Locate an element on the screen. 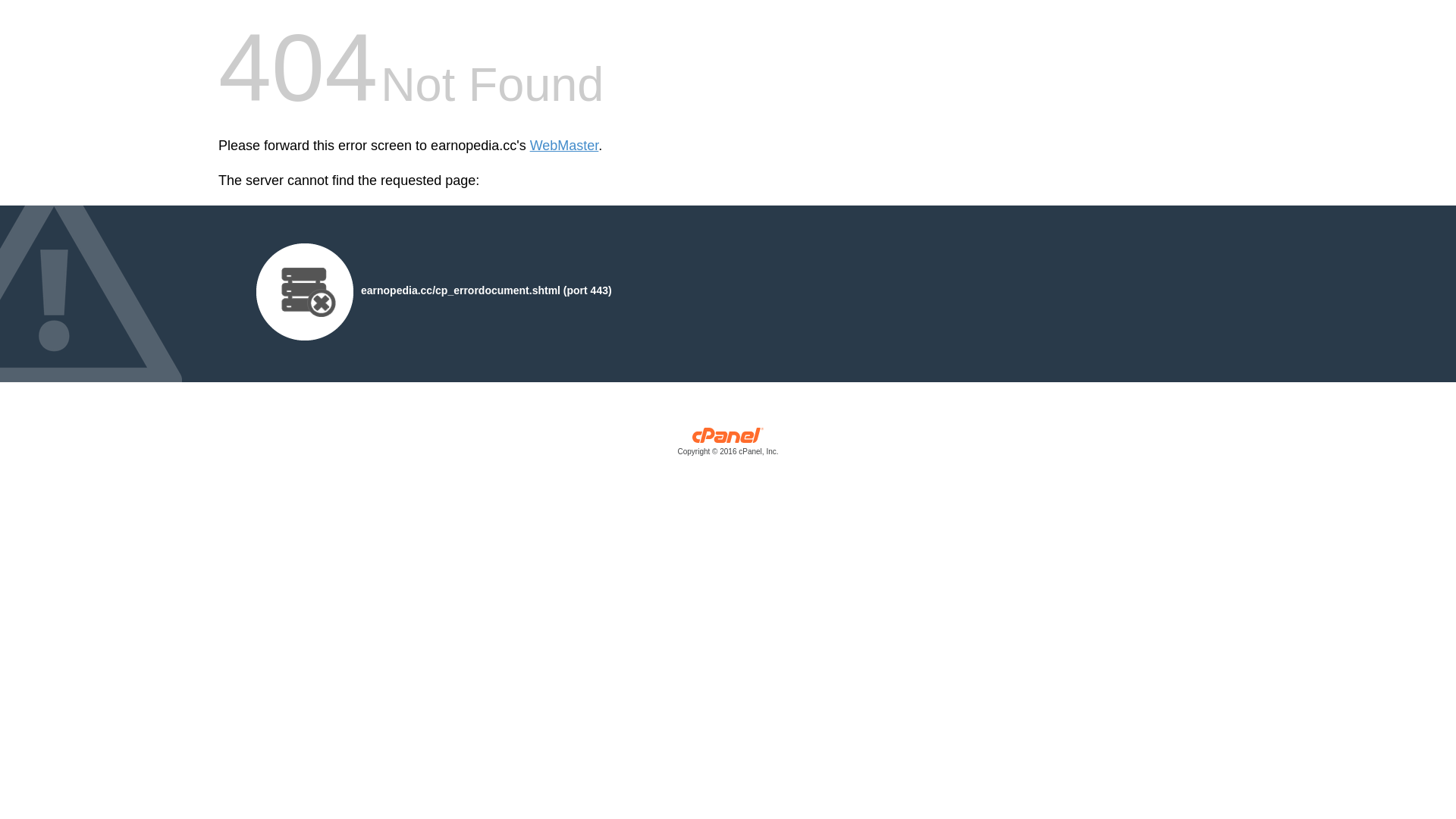 The width and height of the screenshot is (1456, 819). 'WebMaster' is located at coordinates (530, 146).